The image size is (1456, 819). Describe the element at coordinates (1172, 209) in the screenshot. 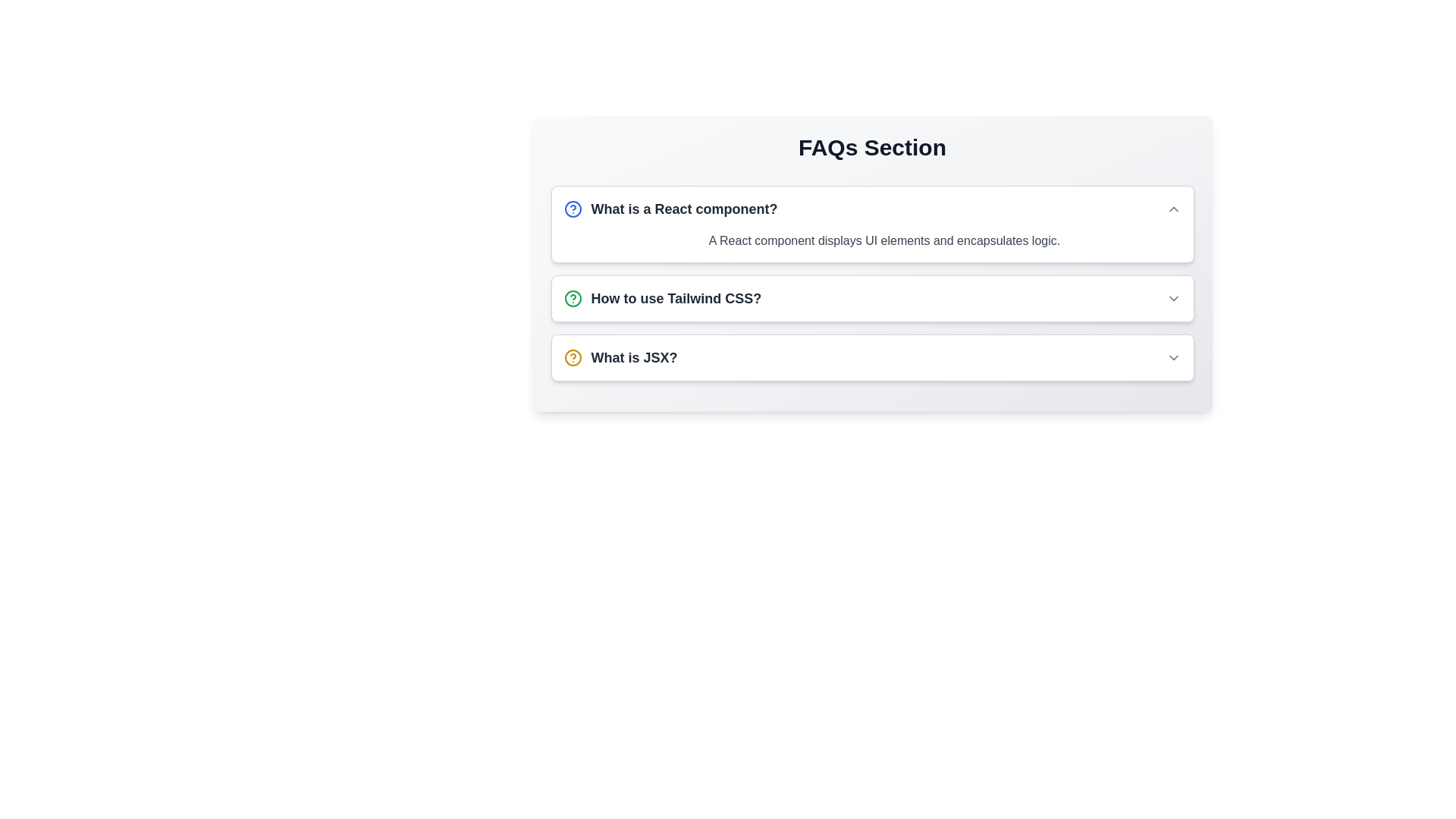

I see `the toggle icon indicating the expanded state of the FAQ titled 'What is a React component?'` at that location.